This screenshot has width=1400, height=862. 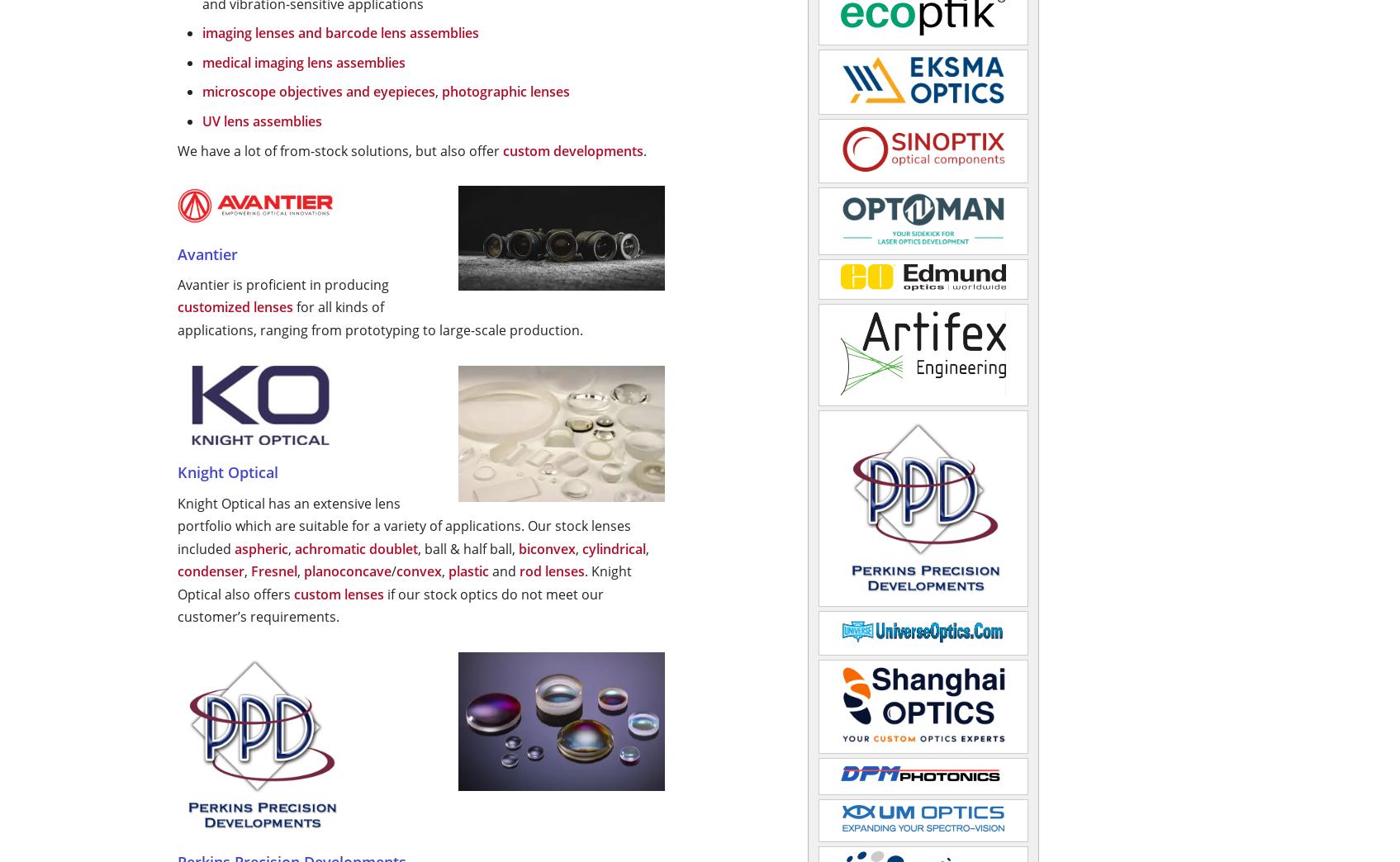 What do you see at coordinates (356, 547) in the screenshot?
I see `'achromatic doublet'` at bounding box center [356, 547].